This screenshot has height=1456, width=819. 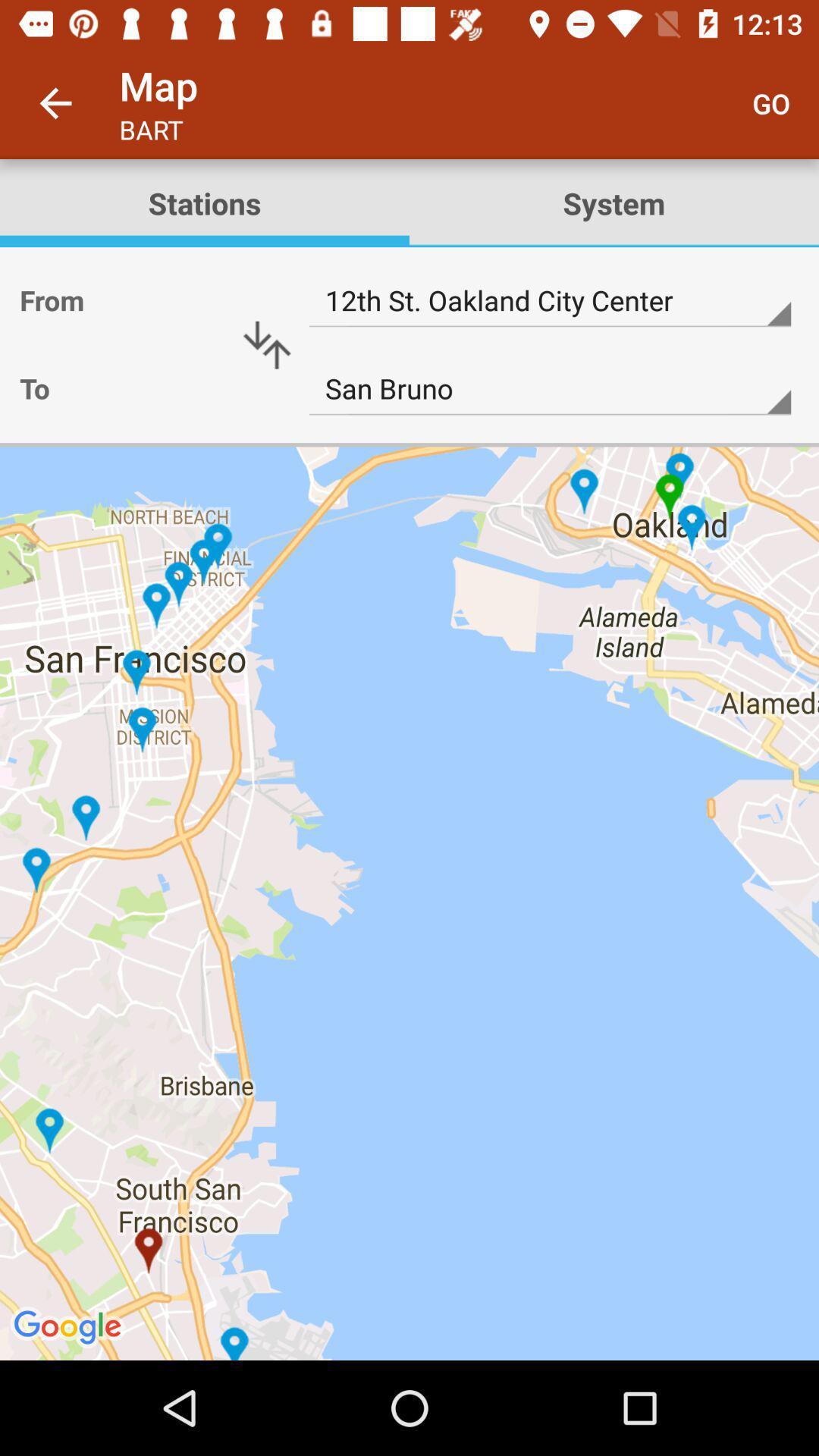 I want to click on item below go icon, so click(x=614, y=202).